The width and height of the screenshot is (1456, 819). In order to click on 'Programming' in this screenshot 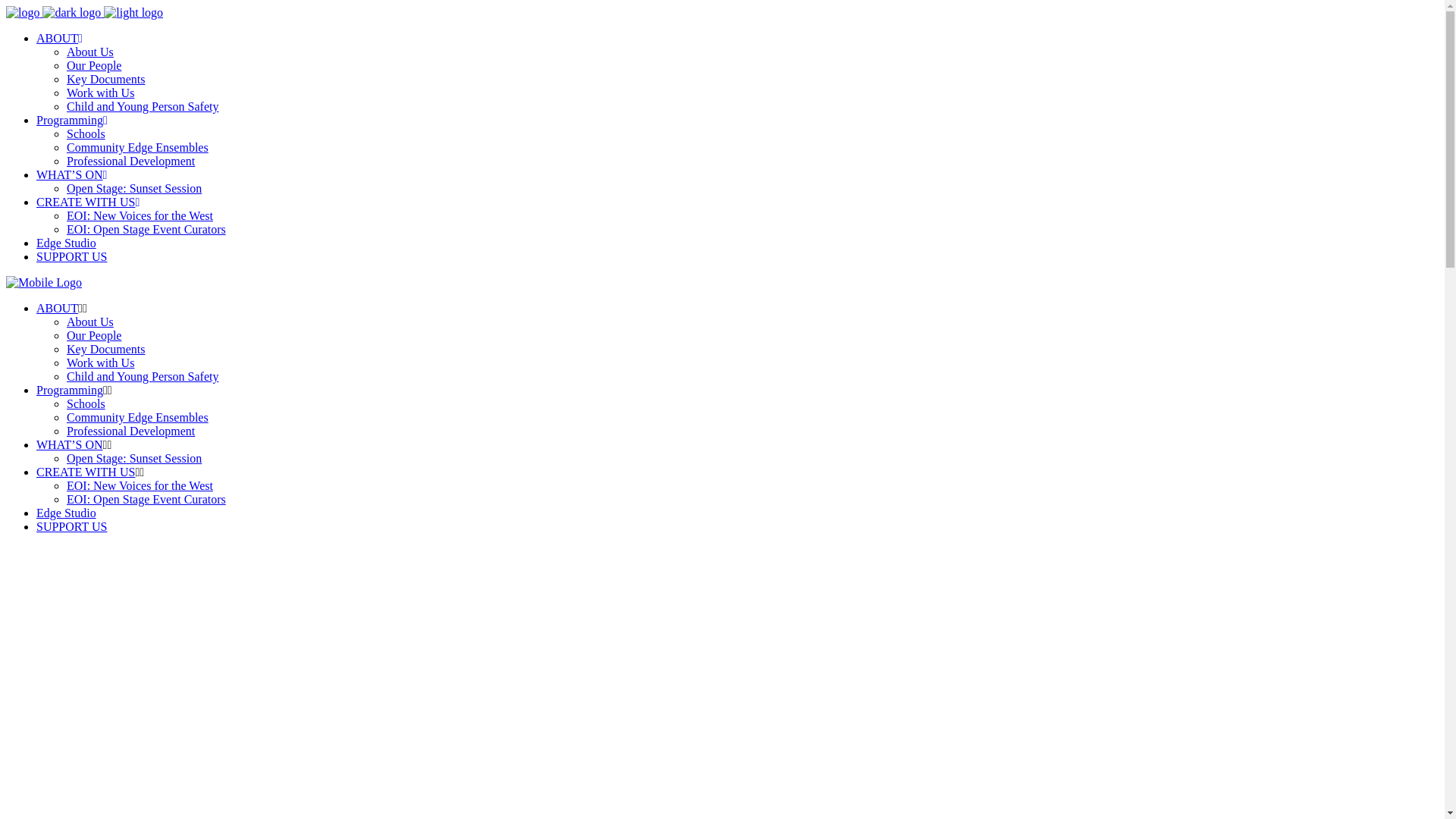, I will do `click(68, 389)`.